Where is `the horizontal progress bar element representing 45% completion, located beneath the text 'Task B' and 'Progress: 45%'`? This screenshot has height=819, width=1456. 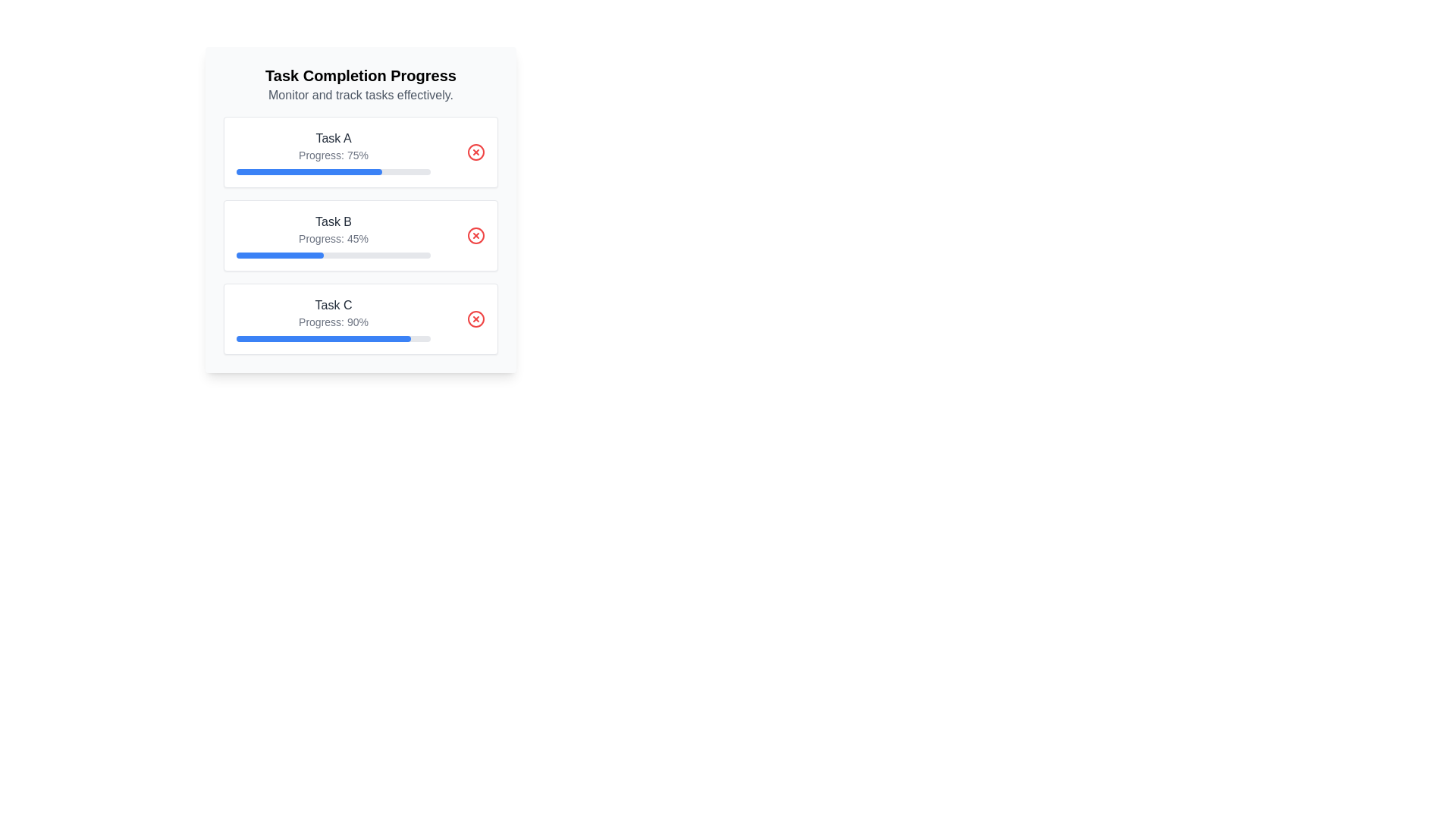
the horizontal progress bar element representing 45% completion, located beneath the text 'Task B' and 'Progress: 45%' is located at coordinates (333, 254).